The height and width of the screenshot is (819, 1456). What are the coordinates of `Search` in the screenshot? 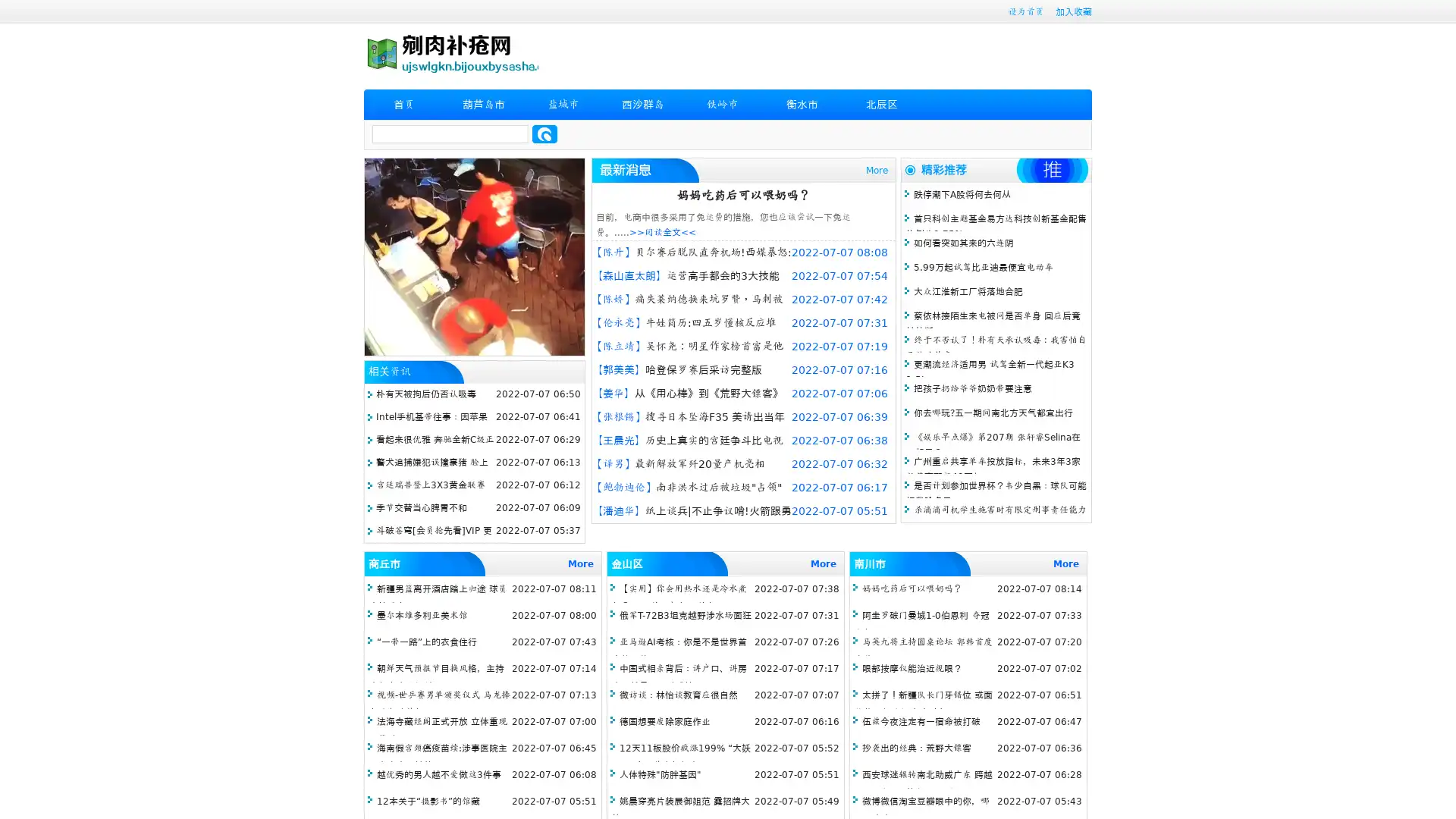 It's located at (544, 133).